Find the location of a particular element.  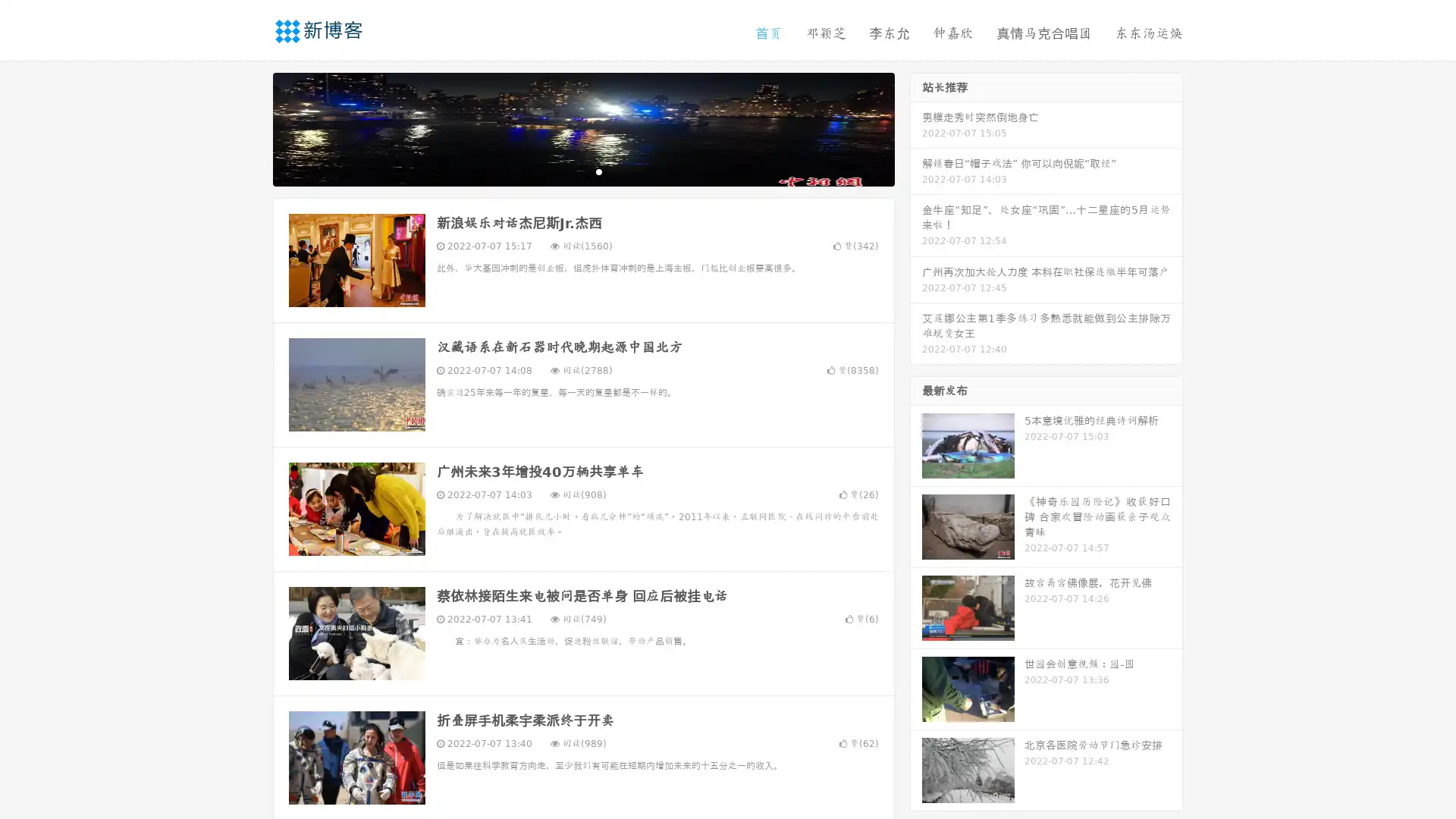

Go to slide 2 is located at coordinates (582, 171).